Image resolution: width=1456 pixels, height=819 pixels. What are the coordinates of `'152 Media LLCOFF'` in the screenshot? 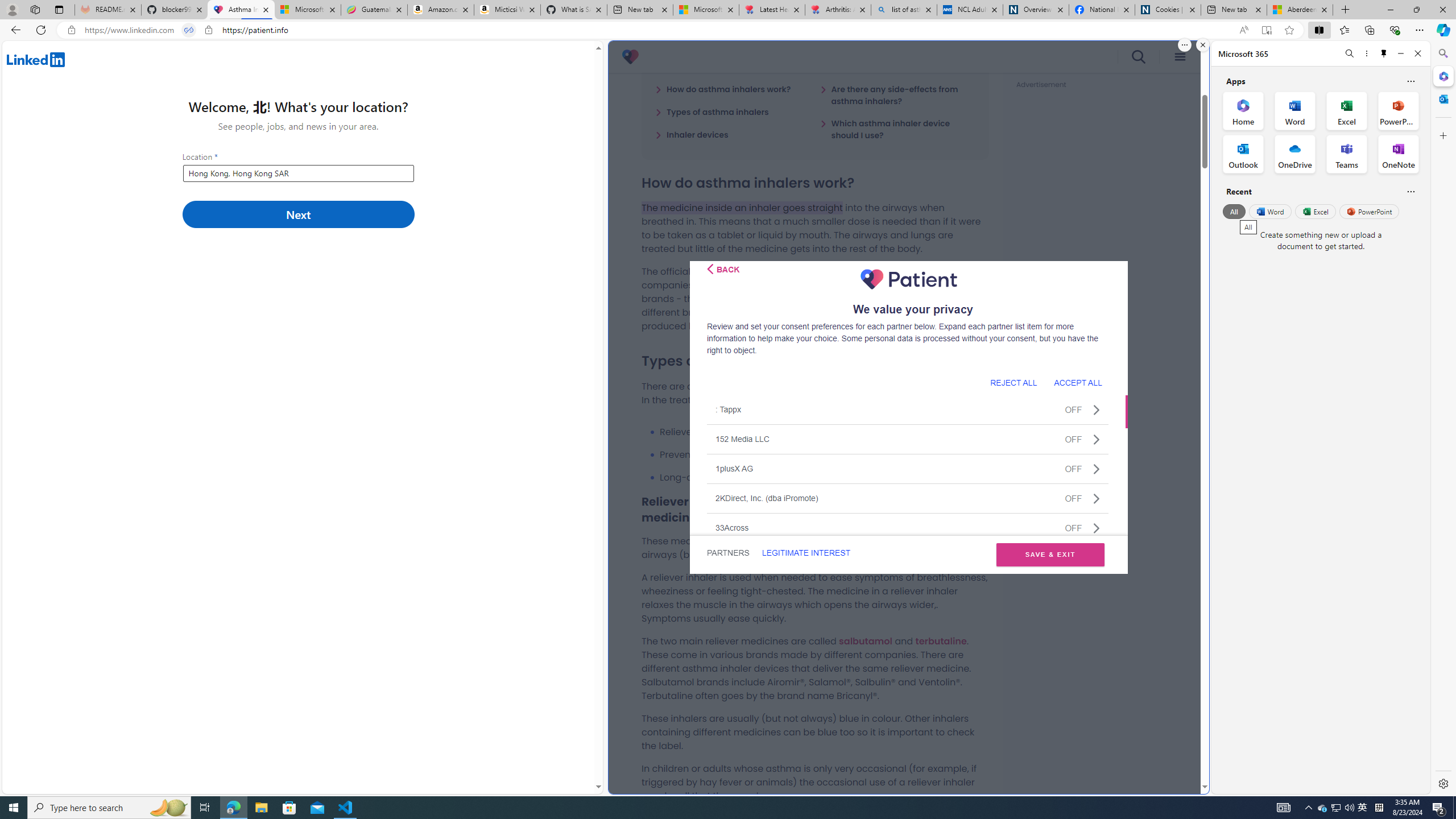 It's located at (907, 438).